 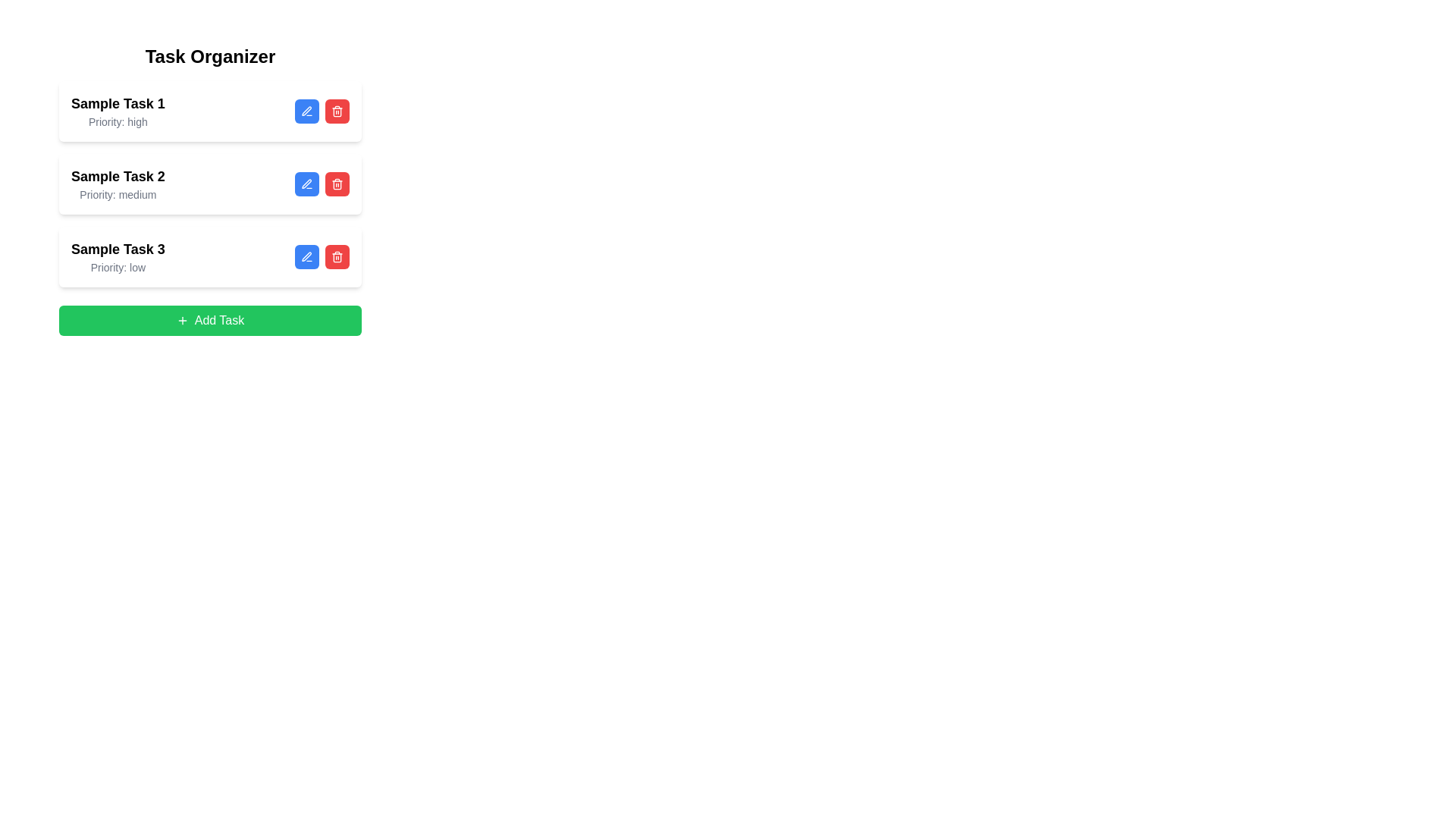 What do you see at coordinates (117, 248) in the screenshot?
I see `task title displayed in the text label located in the third task card from the top, above the 'Priority: low' text` at bounding box center [117, 248].